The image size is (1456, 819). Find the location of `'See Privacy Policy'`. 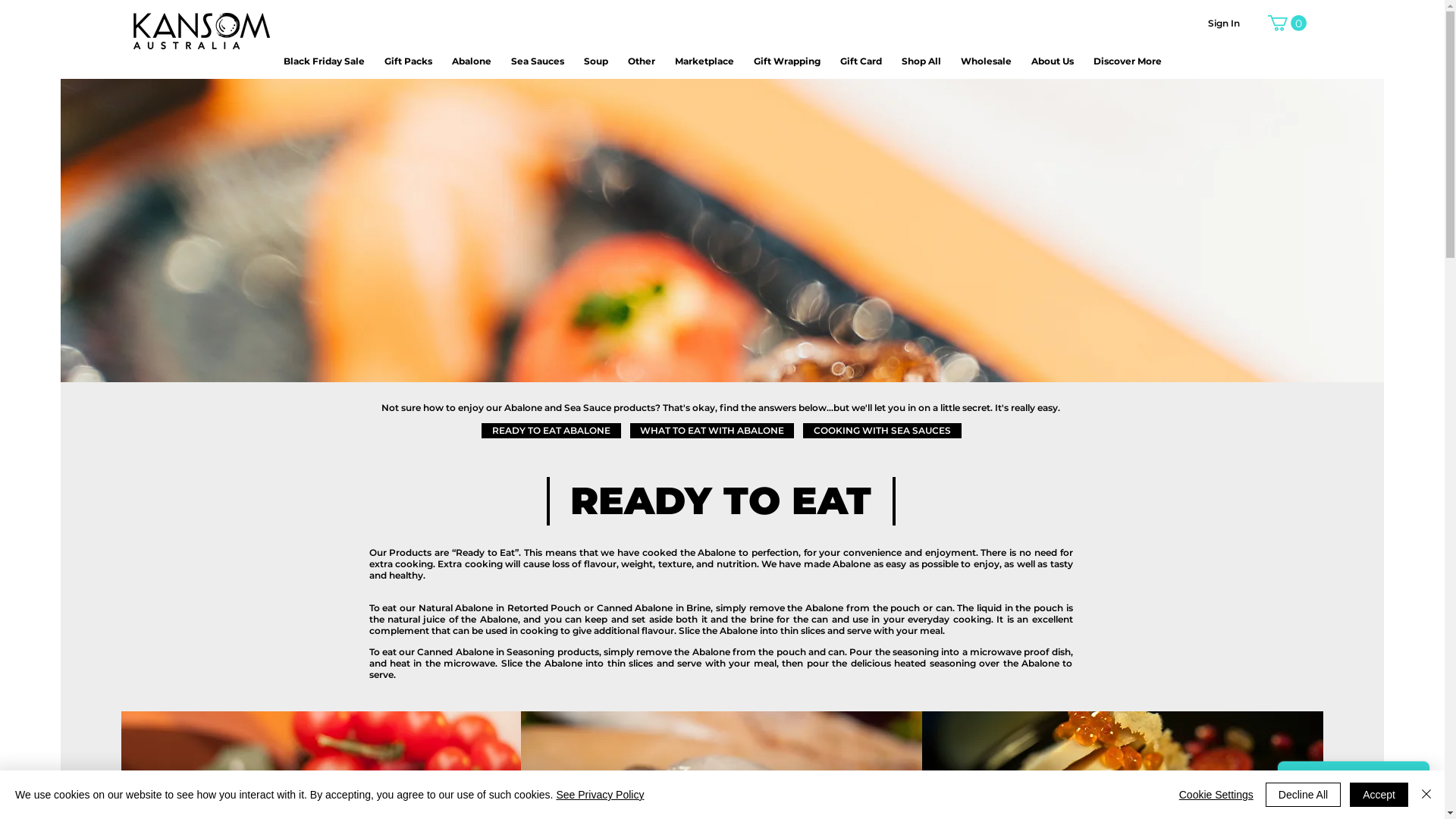

'See Privacy Policy' is located at coordinates (599, 794).